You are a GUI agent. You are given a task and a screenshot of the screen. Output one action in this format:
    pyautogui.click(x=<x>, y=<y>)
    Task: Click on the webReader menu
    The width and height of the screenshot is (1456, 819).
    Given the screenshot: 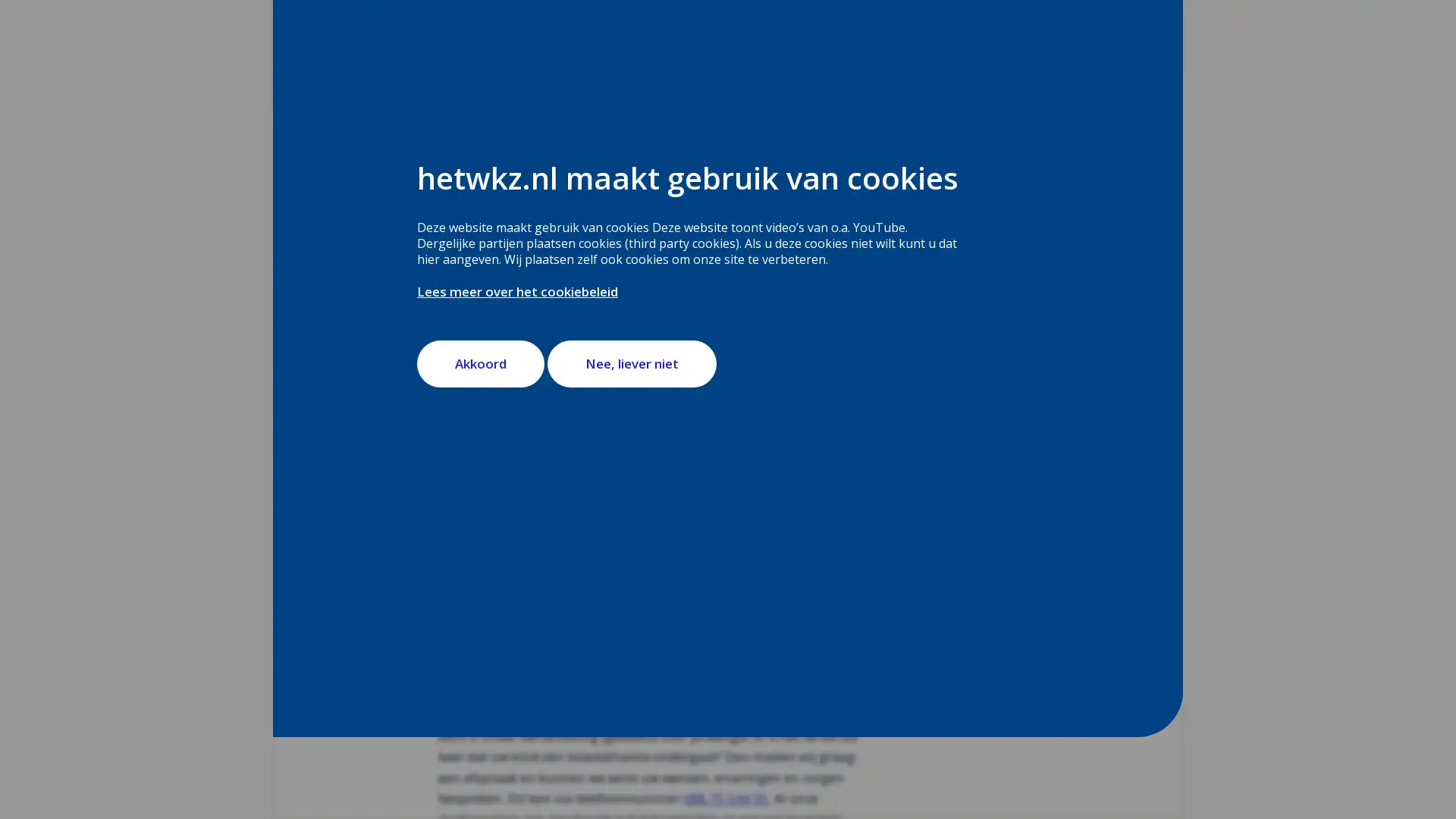 What is the action you would take?
    pyautogui.click(x=450, y=233)
    